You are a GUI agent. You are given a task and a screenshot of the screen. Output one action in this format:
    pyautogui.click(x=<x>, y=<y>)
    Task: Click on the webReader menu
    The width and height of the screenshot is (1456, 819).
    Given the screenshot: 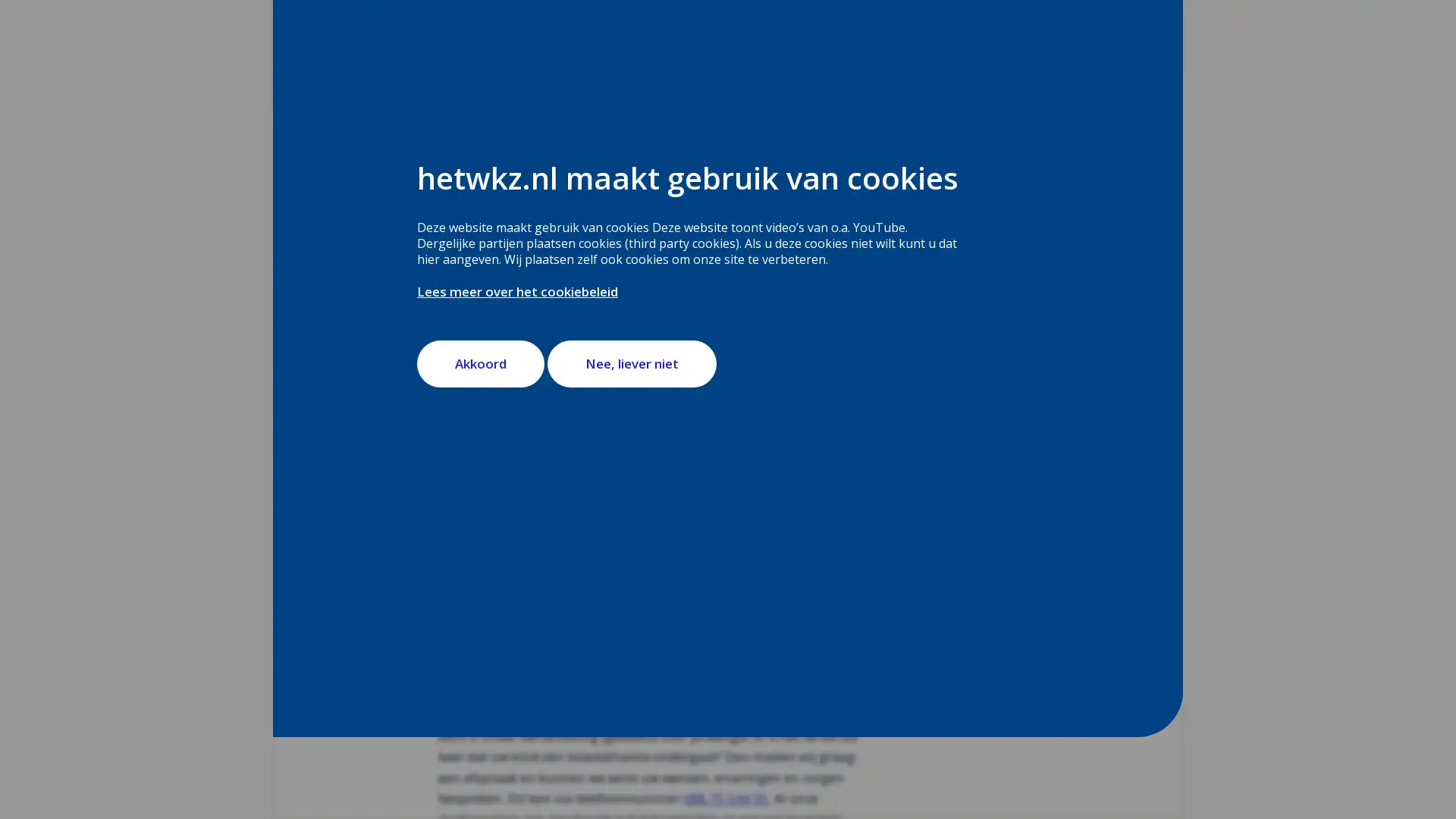 What is the action you would take?
    pyautogui.click(x=450, y=233)
    